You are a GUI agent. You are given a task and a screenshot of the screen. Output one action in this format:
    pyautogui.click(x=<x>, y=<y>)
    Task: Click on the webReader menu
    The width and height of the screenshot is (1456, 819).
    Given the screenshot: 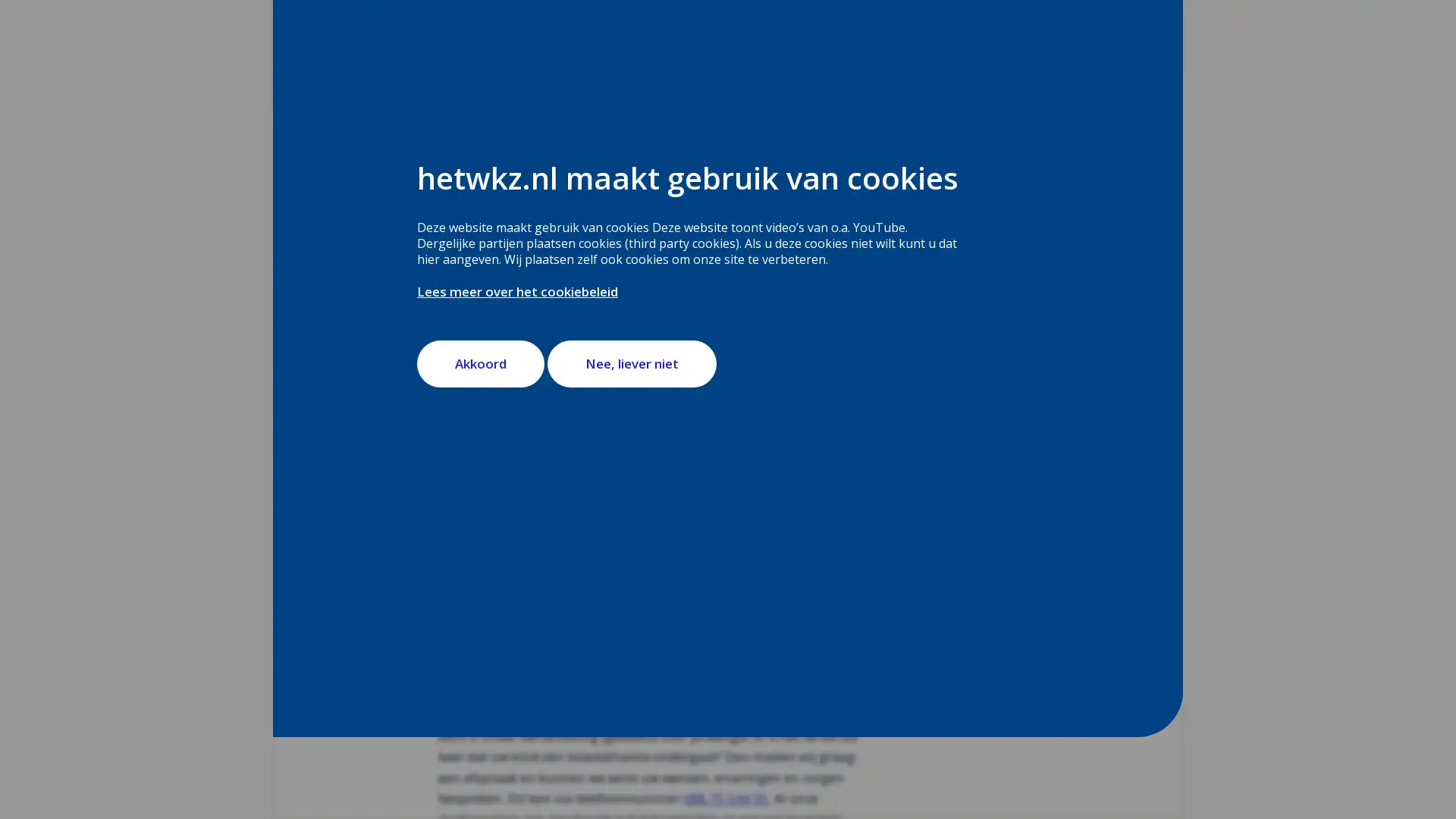 What is the action you would take?
    pyautogui.click(x=450, y=233)
    